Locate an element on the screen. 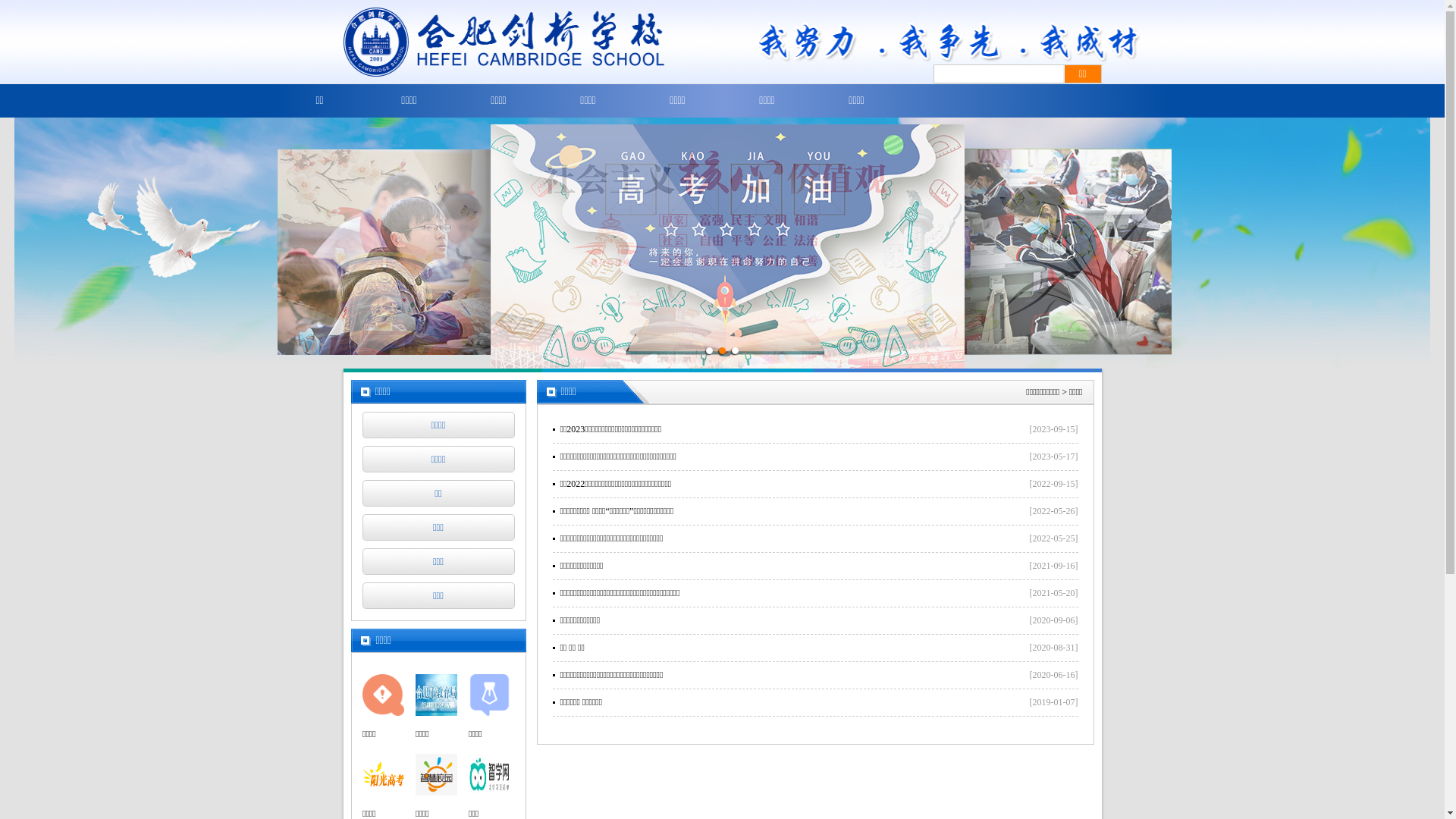  '2' is located at coordinates (716, 350).